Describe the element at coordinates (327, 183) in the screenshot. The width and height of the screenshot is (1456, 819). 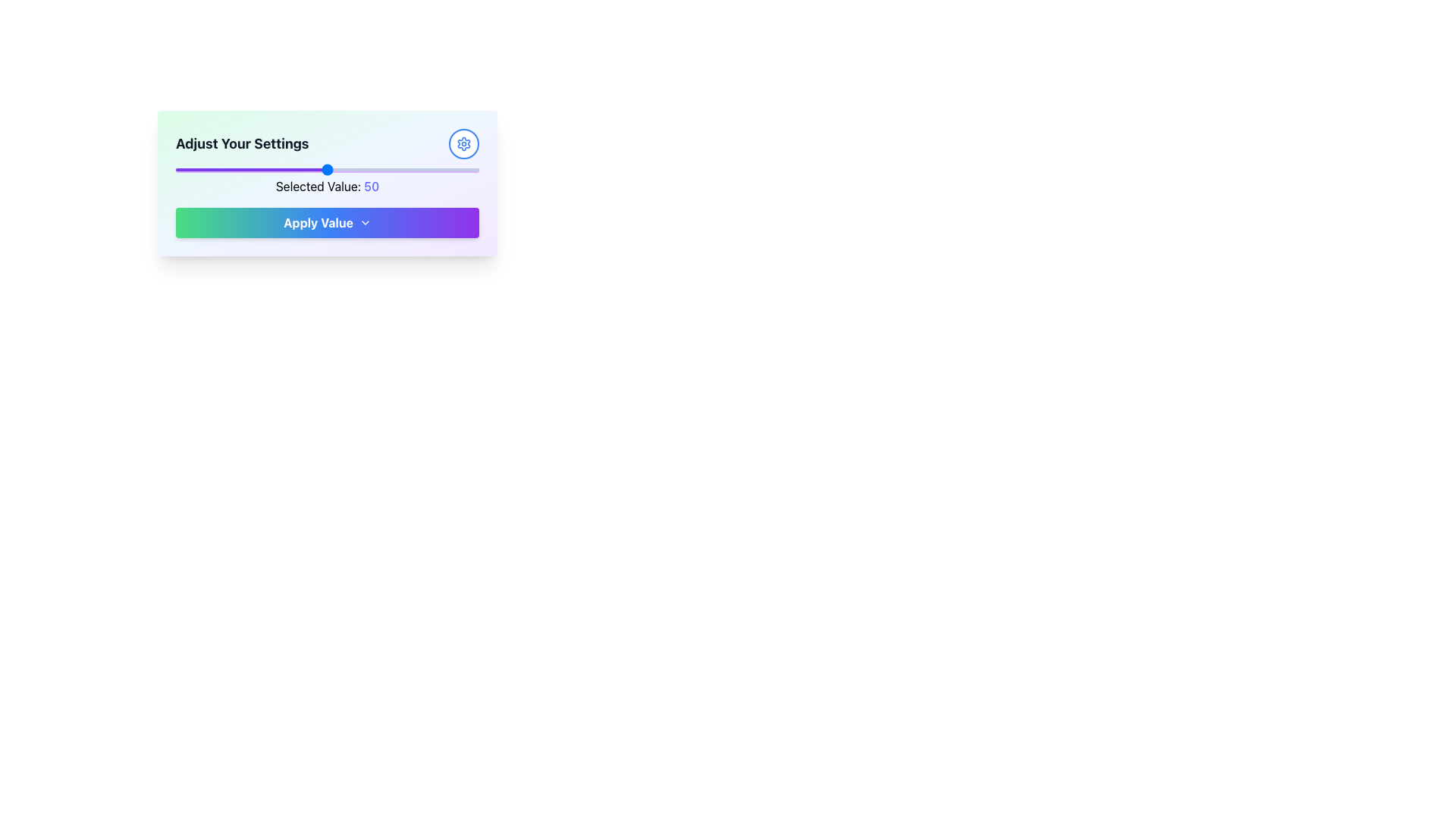
I see `the action button within the rectangular card that has a gradient background from green to purple, rounded corners, and shadowing for depth` at that location.